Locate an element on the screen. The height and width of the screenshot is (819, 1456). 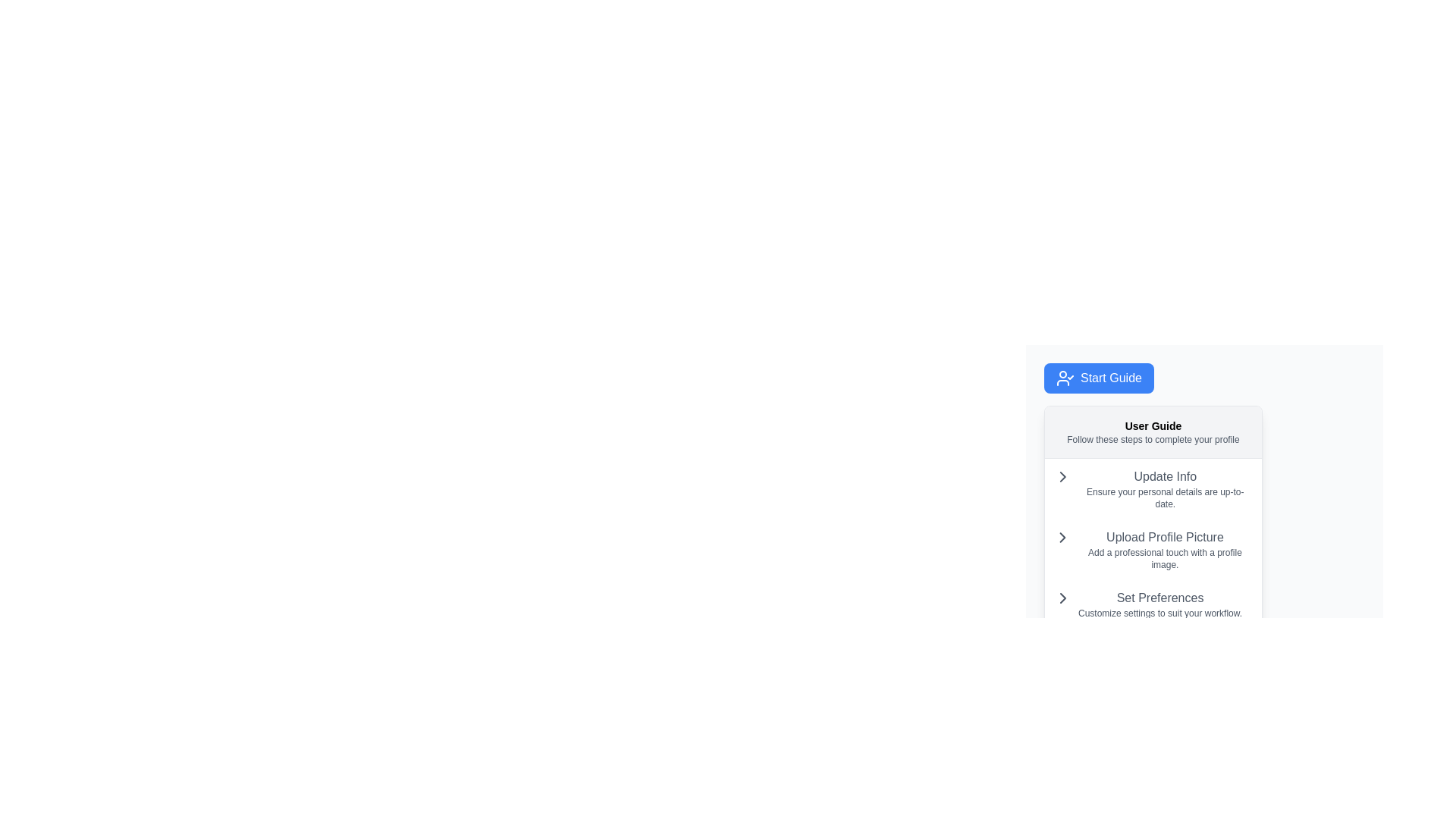
the right-facing chevron icon located to the left of the 'Update Info' text within the 'User Guide' card section to observe its visual change is located at coordinates (1062, 475).